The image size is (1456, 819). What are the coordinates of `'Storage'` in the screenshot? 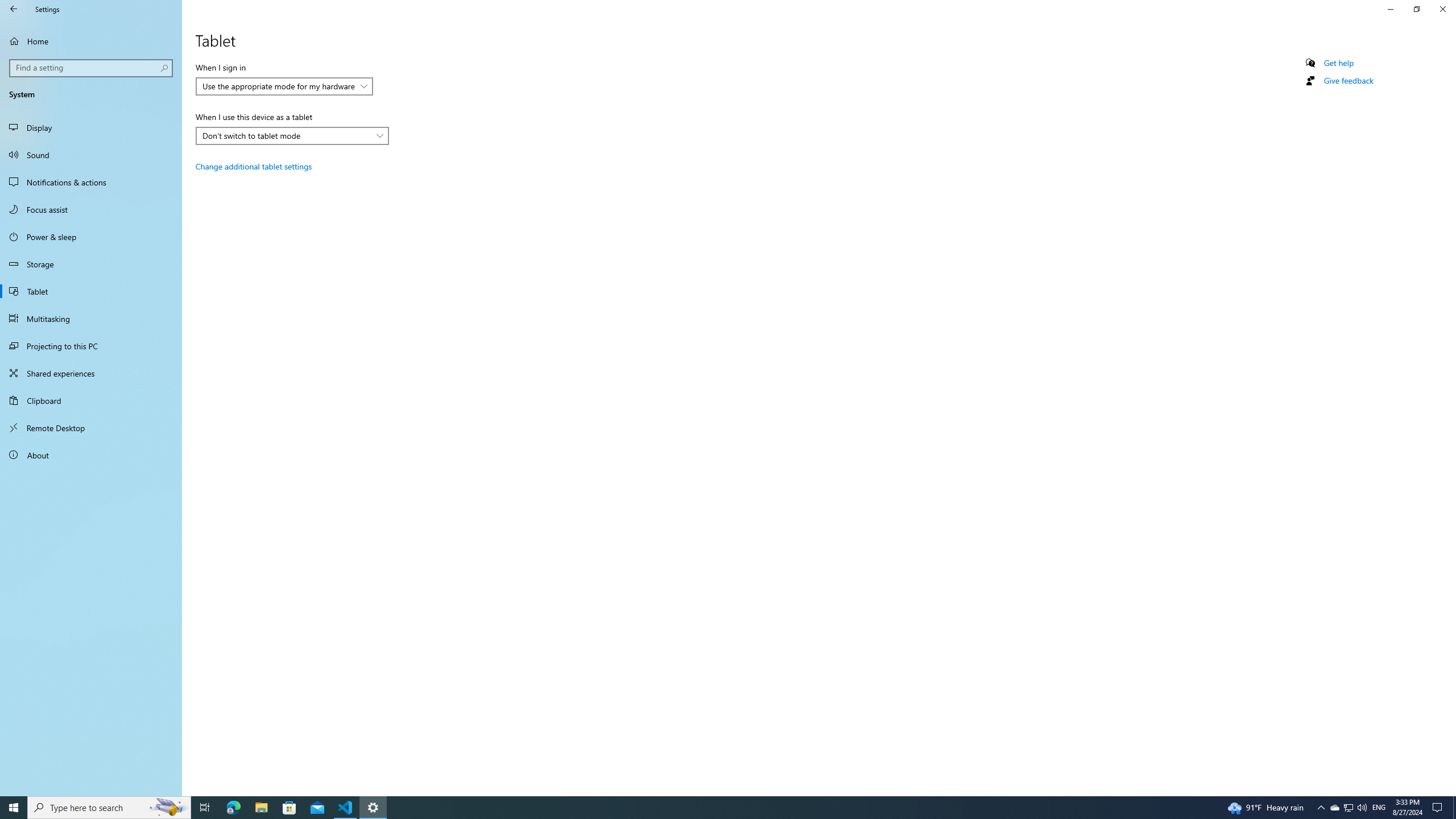 It's located at (90, 263).